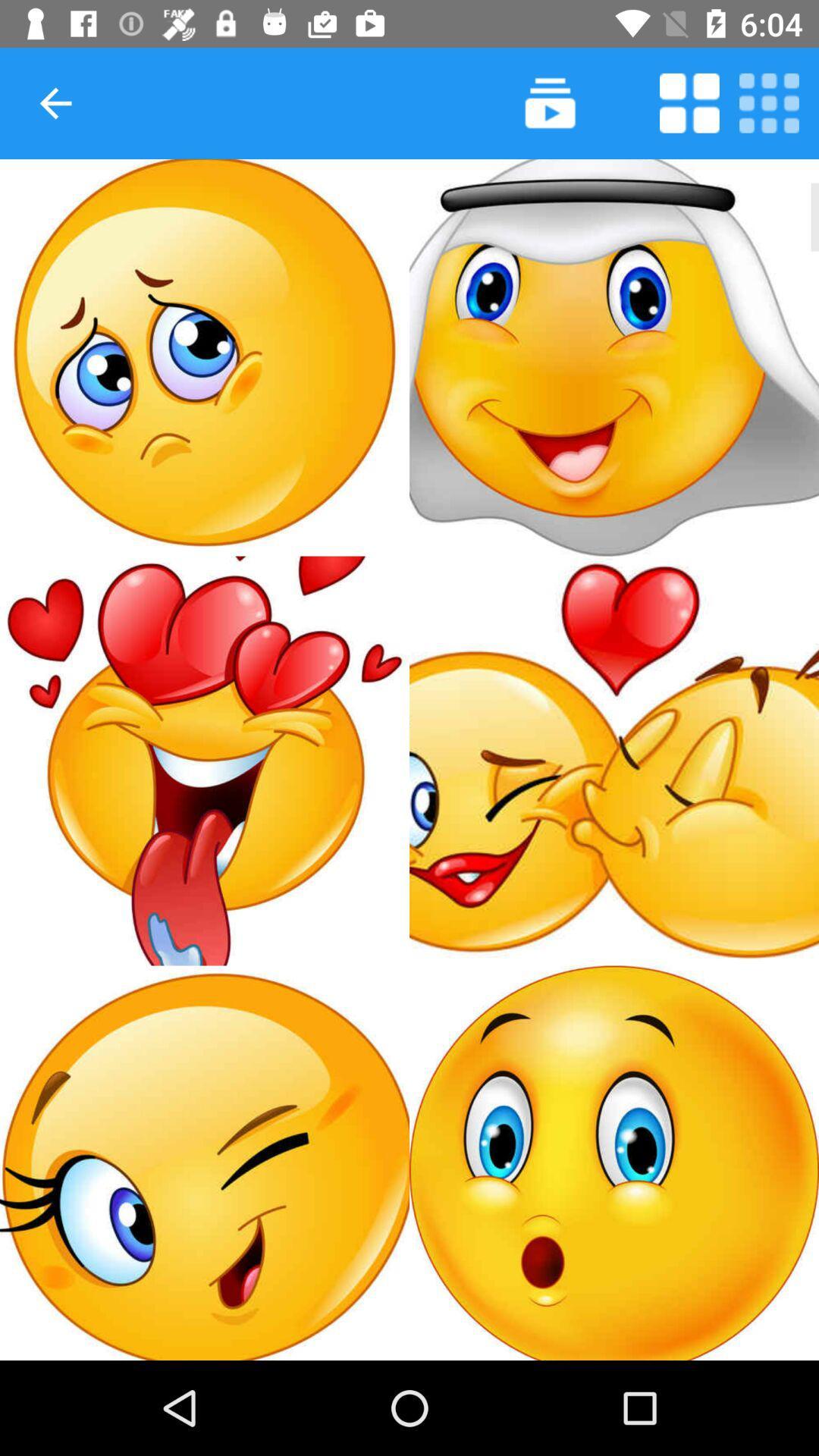  What do you see at coordinates (614, 1162) in the screenshot?
I see `surprised emoji image` at bounding box center [614, 1162].